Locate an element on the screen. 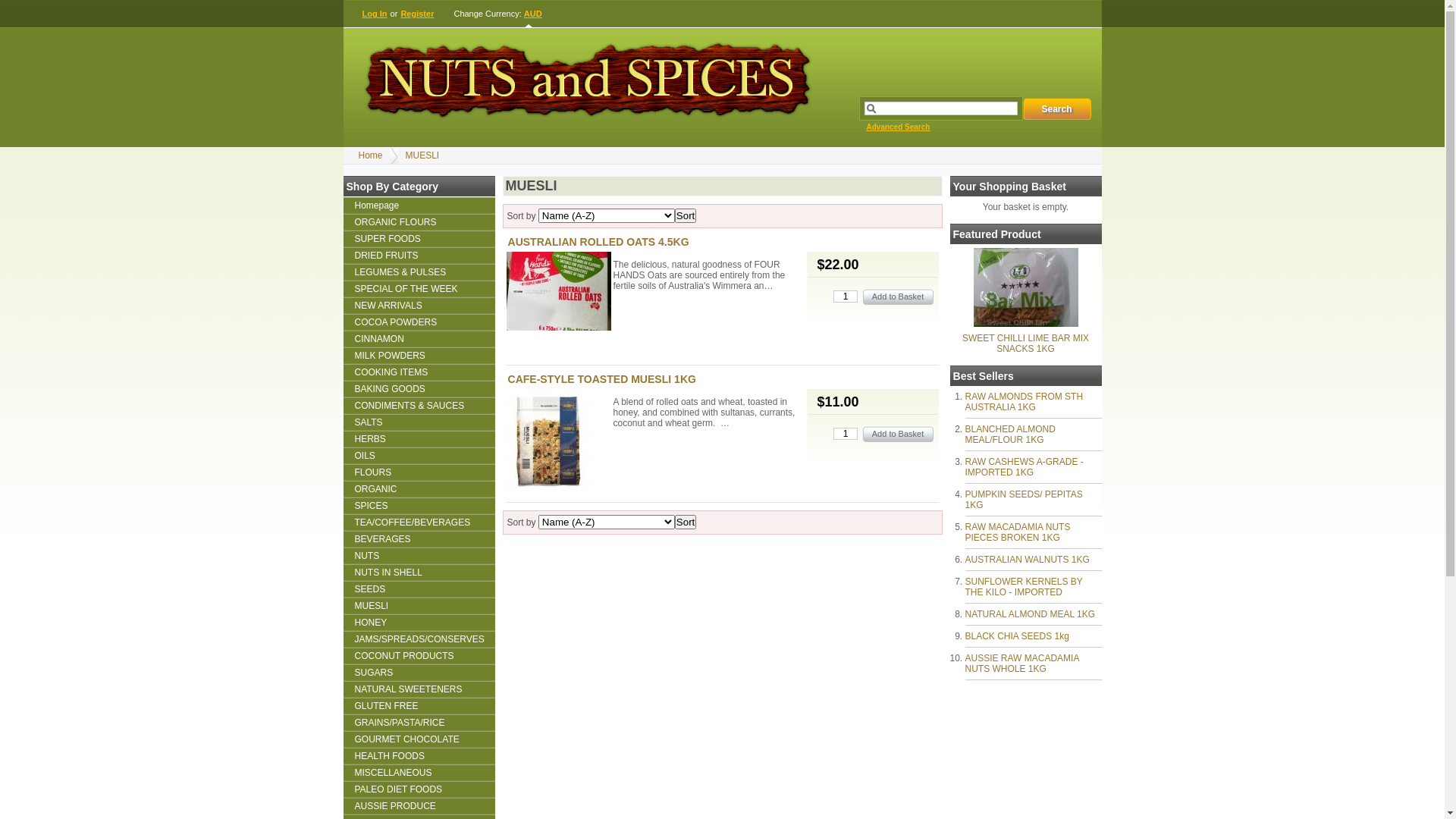  'RAW CASHEWS A-GRADE - IMPORTED 1KG' is located at coordinates (1023, 466).